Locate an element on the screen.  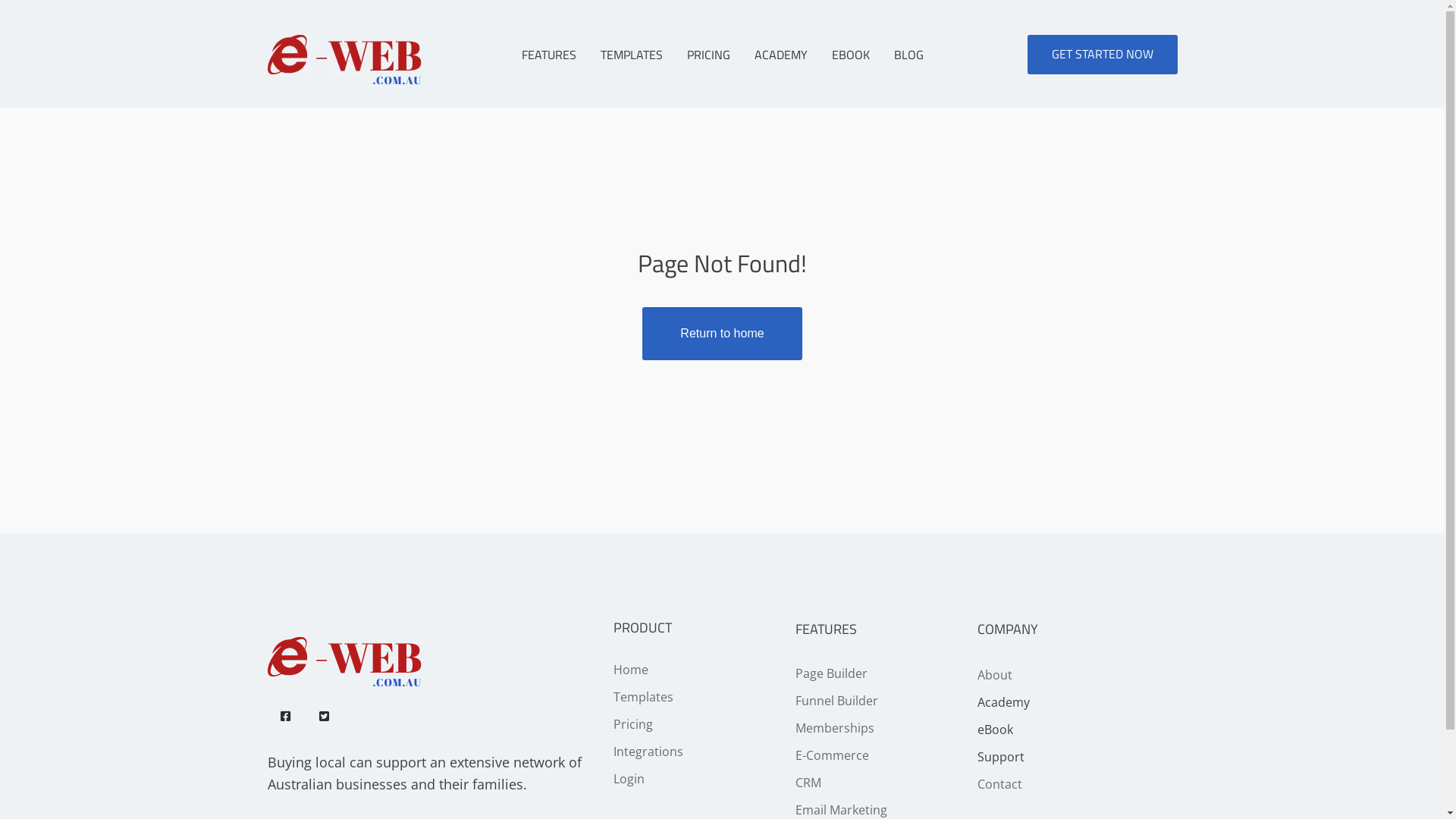
'Memberships' is located at coordinates (833, 727).